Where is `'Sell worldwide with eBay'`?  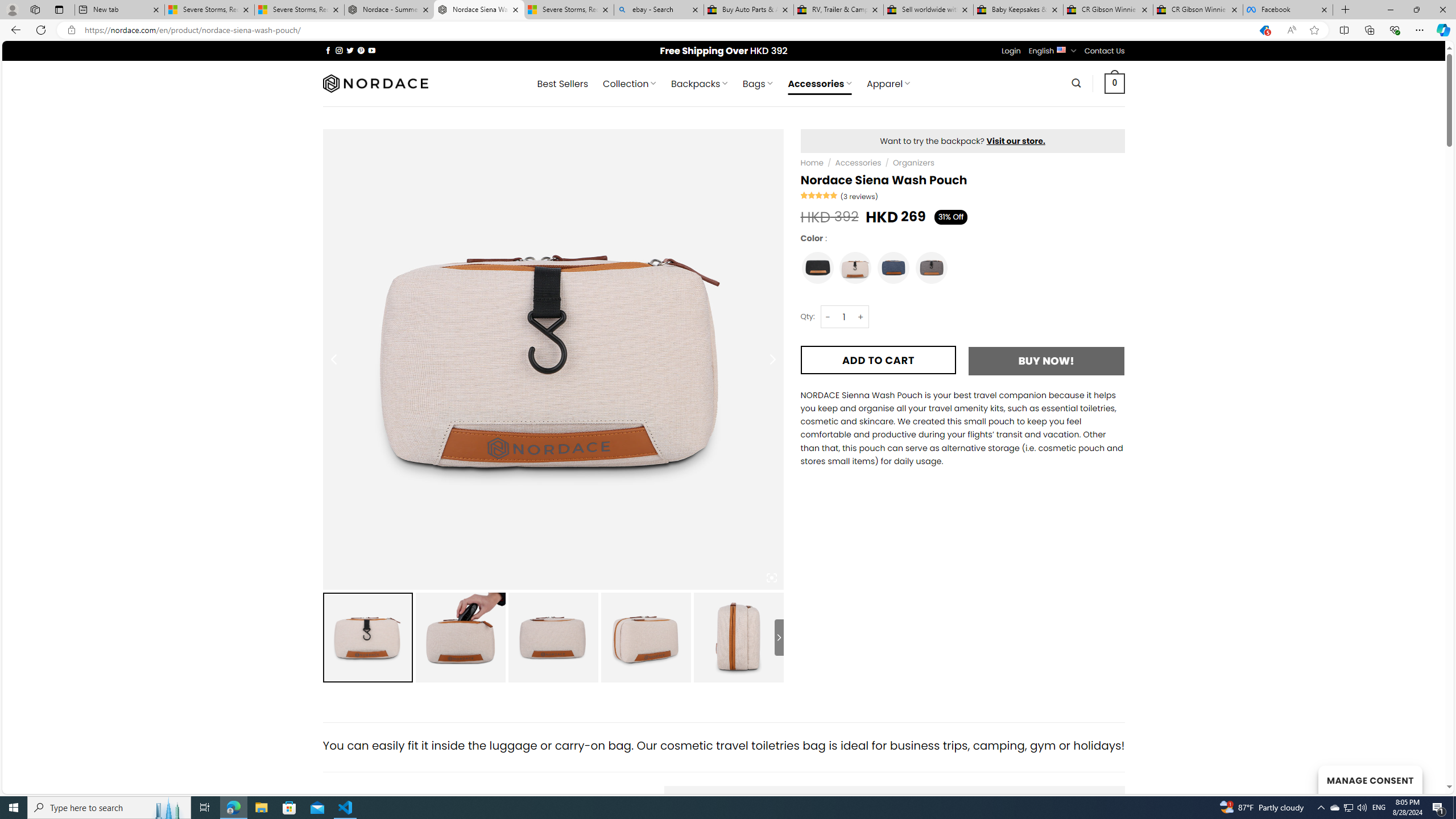 'Sell worldwide with eBay' is located at coordinates (928, 9).